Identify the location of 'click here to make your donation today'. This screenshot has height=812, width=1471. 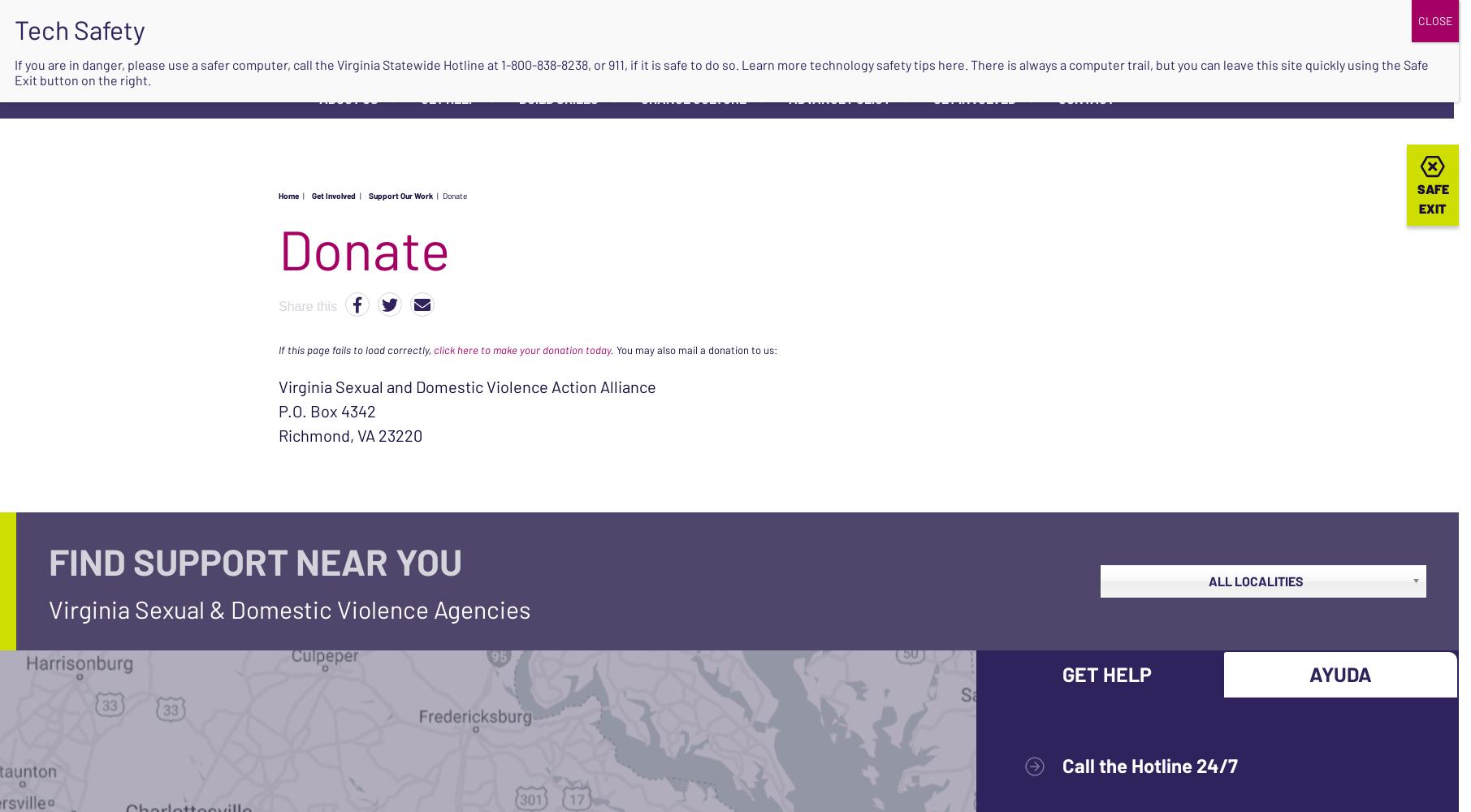
(522, 349).